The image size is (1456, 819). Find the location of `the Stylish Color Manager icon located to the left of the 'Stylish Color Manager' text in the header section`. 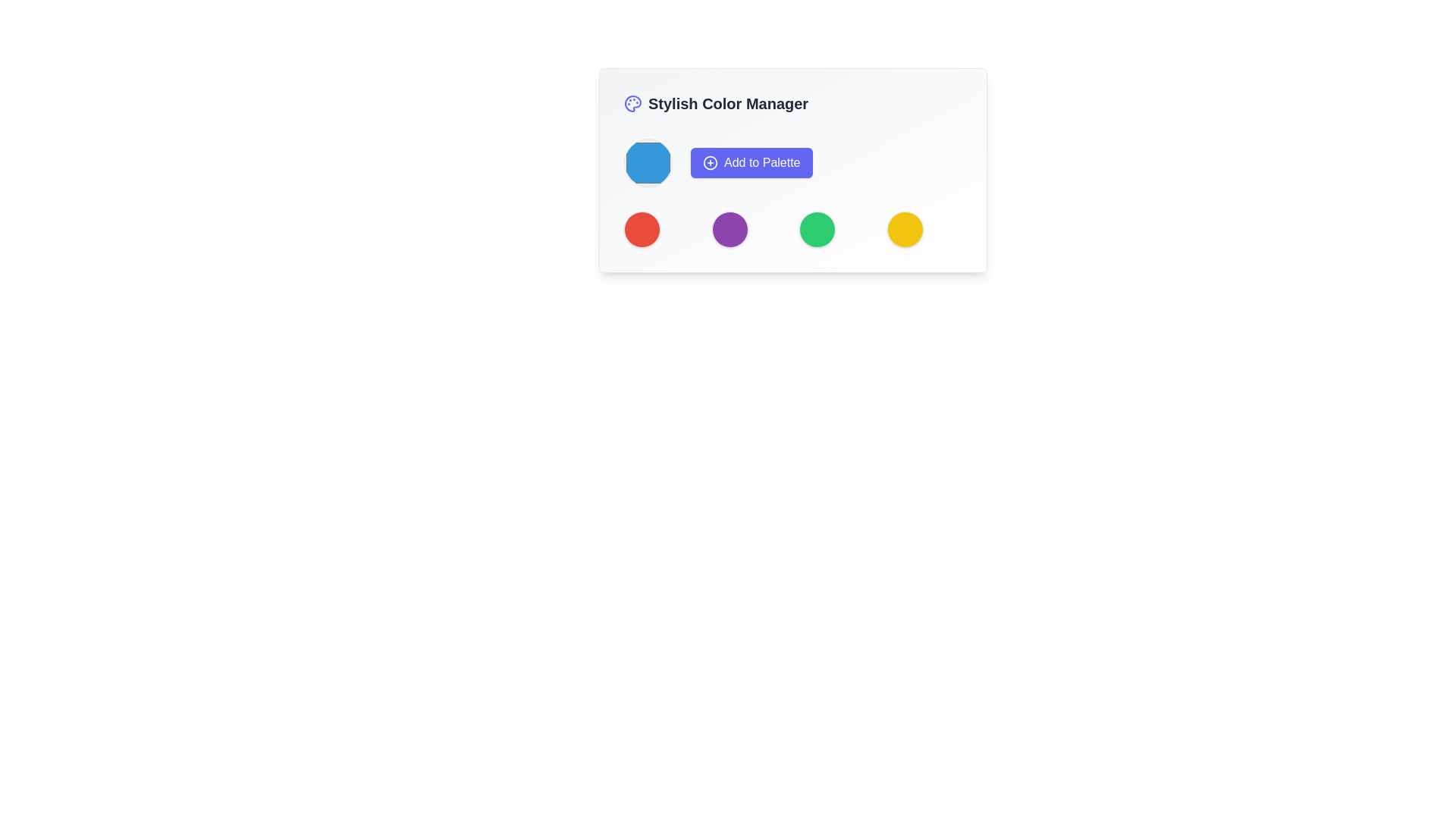

the Stylish Color Manager icon located to the left of the 'Stylish Color Manager' text in the header section is located at coordinates (633, 103).